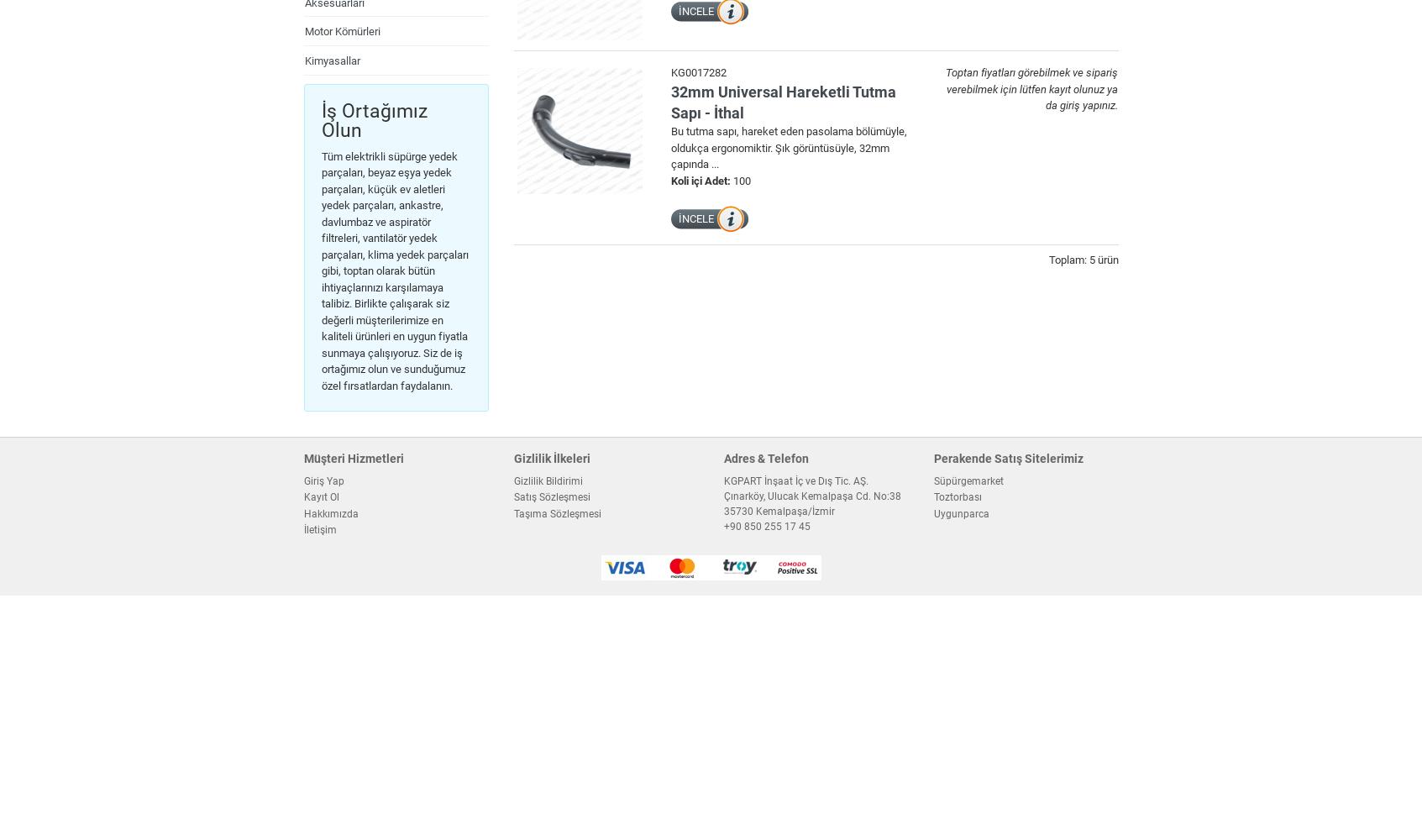  I want to click on 'Taşıma Sözleşmesi', so click(513, 512).